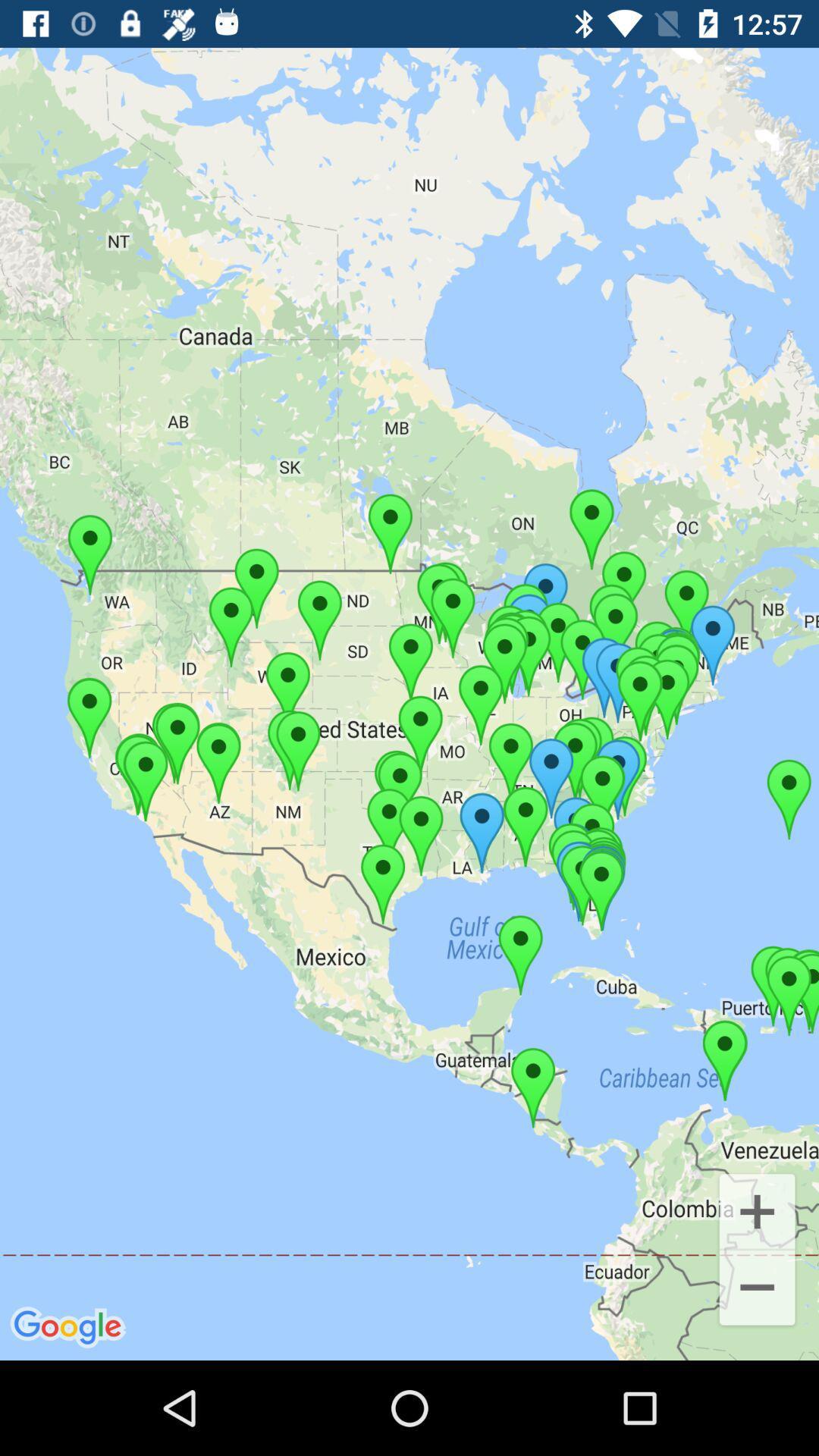  What do you see at coordinates (757, 1210) in the screenshot?
I see `the add icon` at bounding box center [757, 1210].